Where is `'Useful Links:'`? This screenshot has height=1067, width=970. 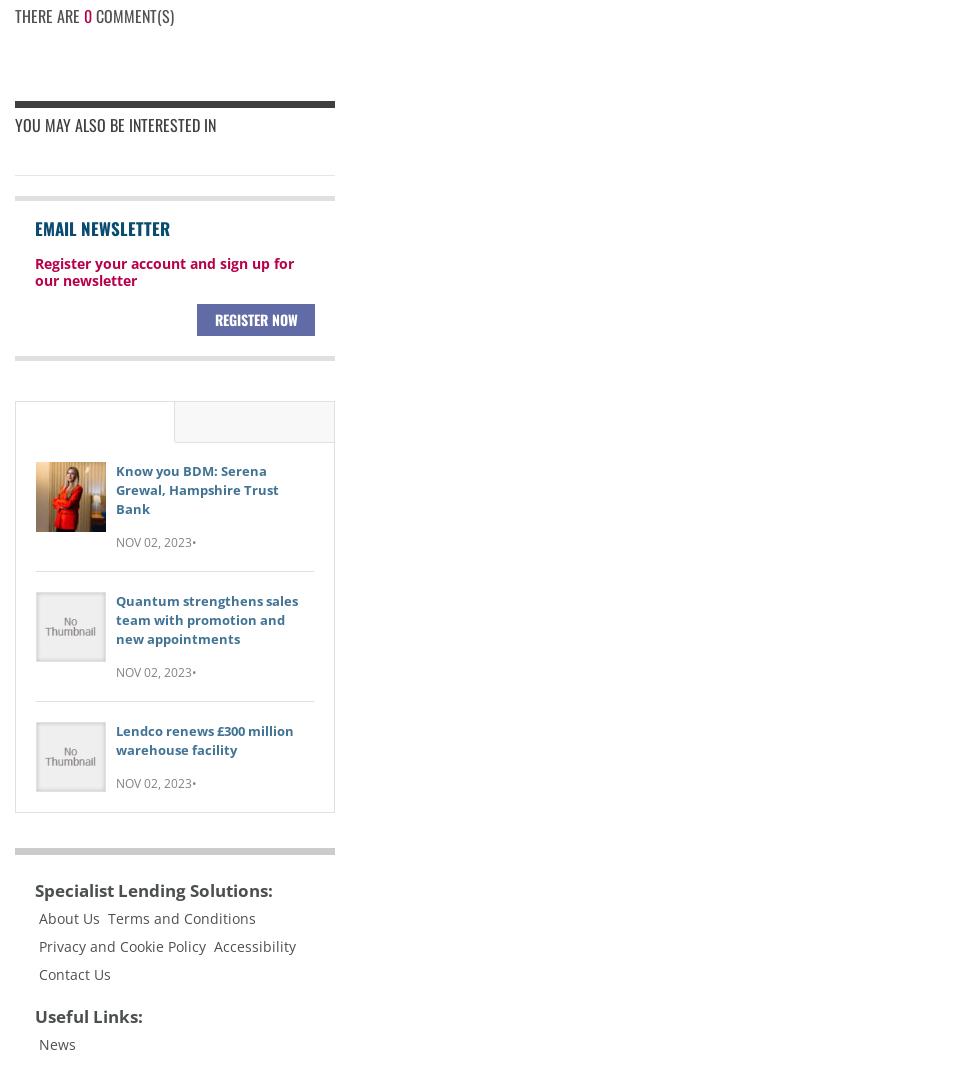
'Useful Links:' is located at coordinates (88, 1015).